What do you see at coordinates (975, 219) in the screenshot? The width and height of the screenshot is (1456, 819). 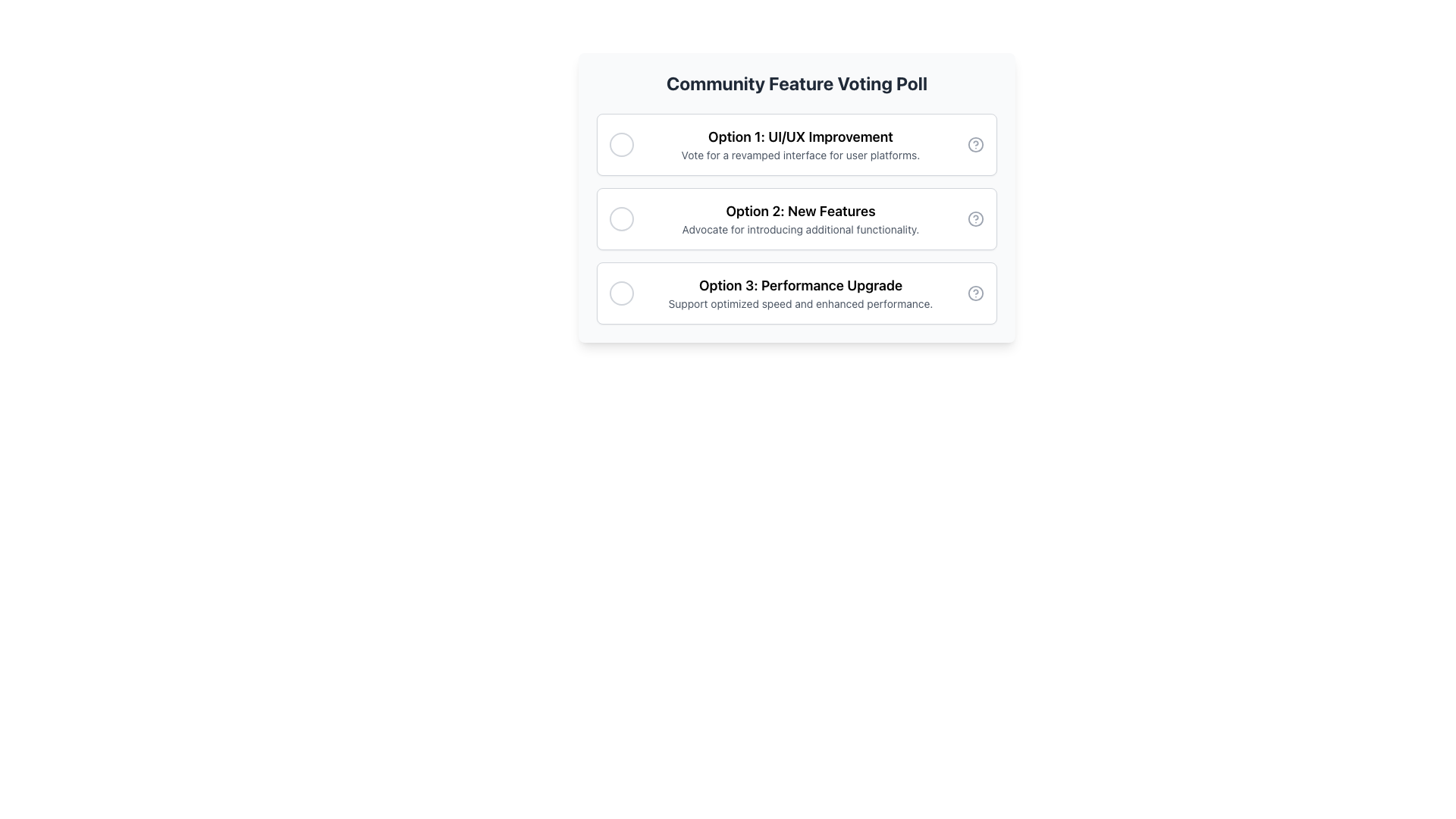 I see `the circular help icon with a question mark located in the upper-right corner of the 'Option 2: New Features' block` at bounding box center [975, 219].